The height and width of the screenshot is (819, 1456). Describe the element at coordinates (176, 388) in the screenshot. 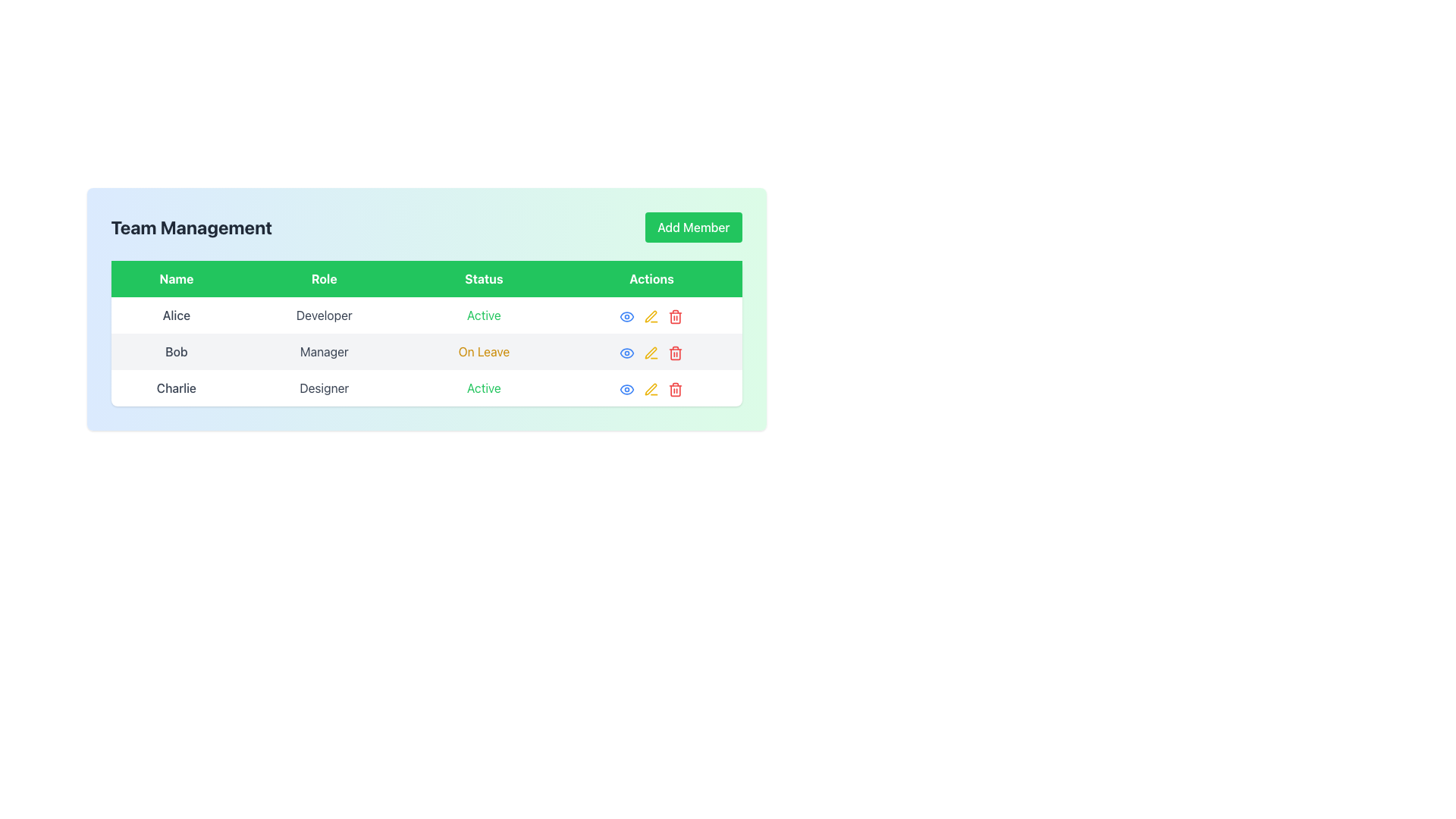

I see `text label that identifies the user as 'Charlie' in the third row of the table under the 'Name' column` at that location.